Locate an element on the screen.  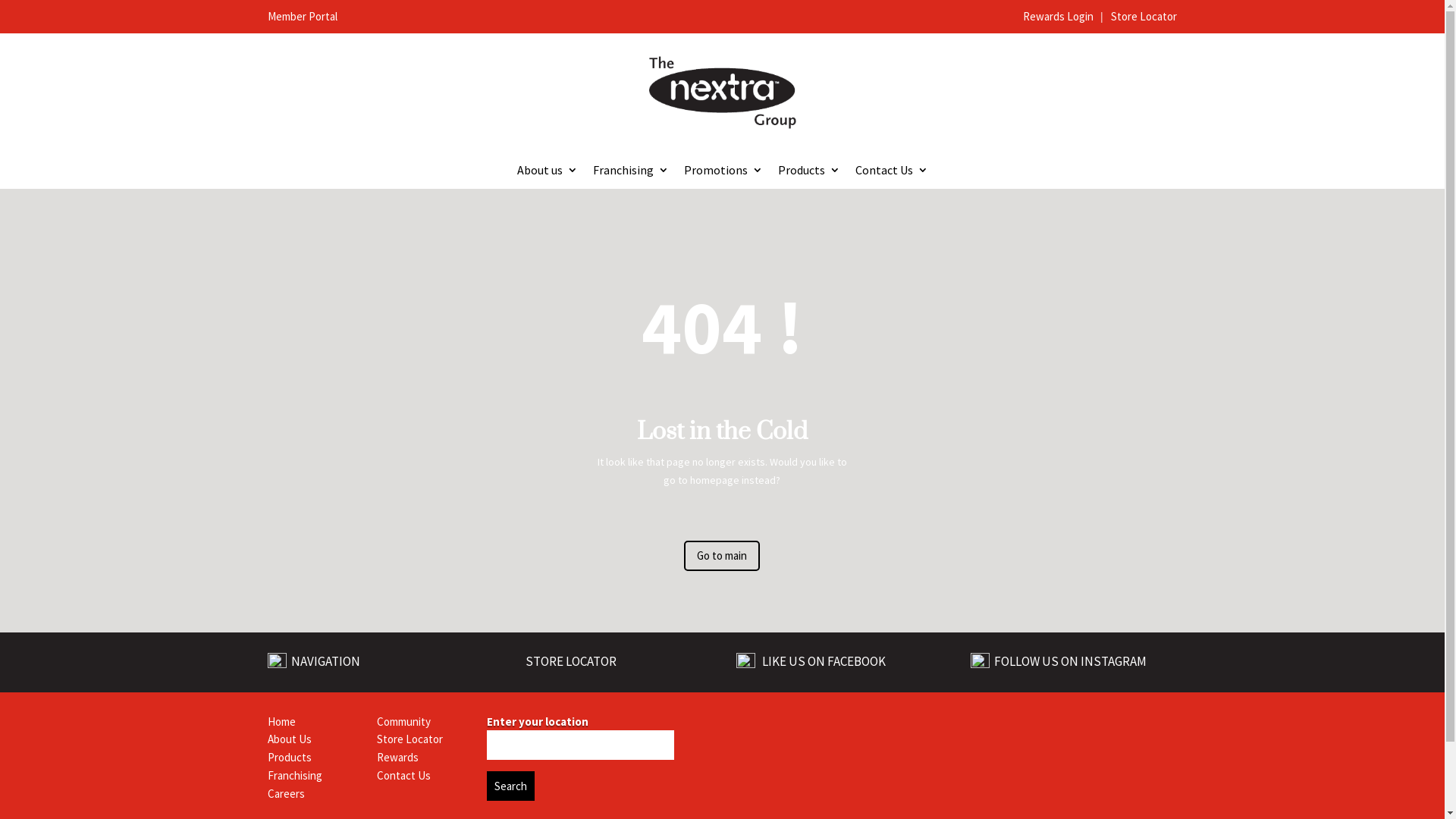
'nextra' is located at coordinates (905, 730).